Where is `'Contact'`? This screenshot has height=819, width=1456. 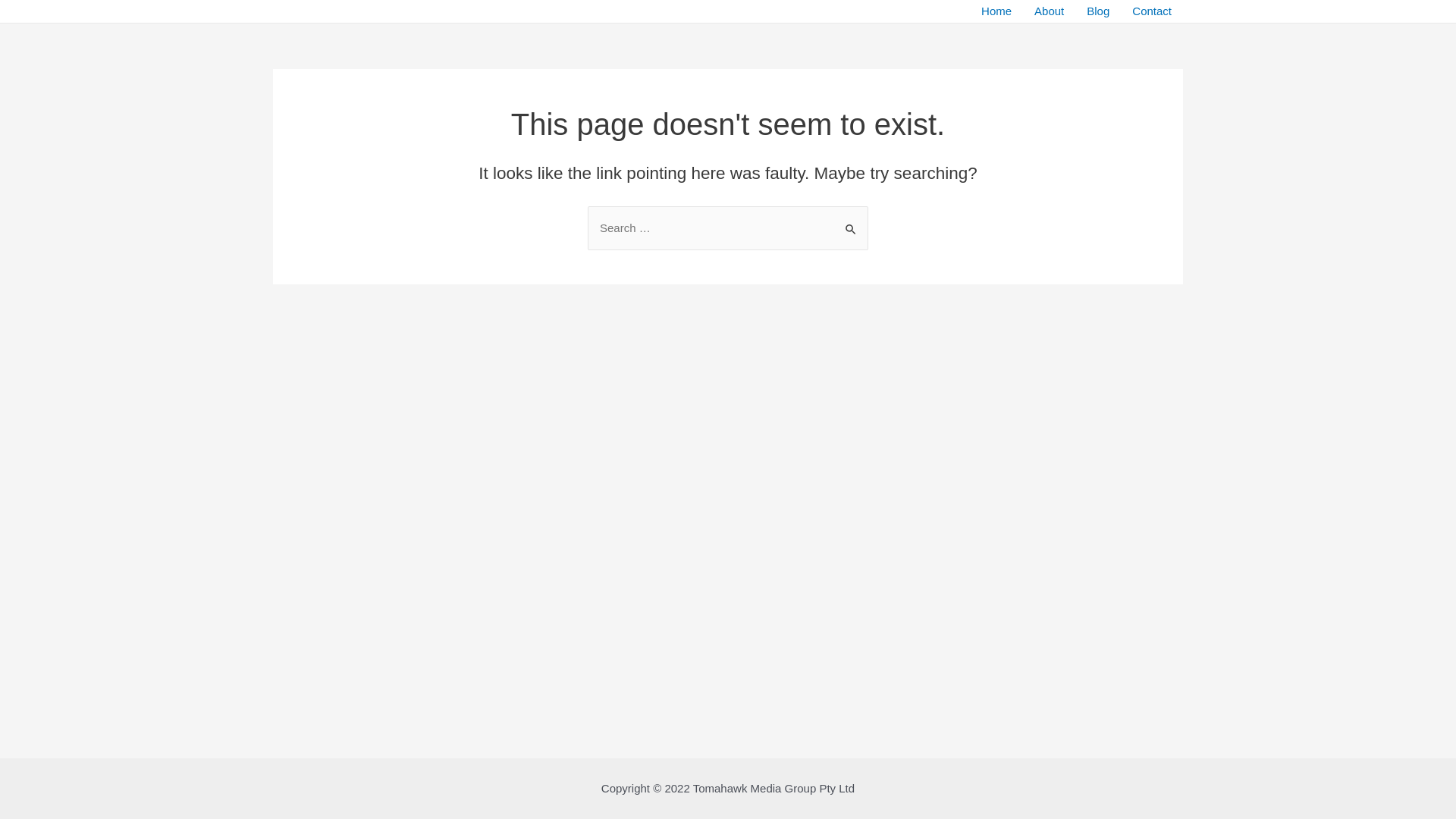
'Contact' is located at coordinates (1151, 11).